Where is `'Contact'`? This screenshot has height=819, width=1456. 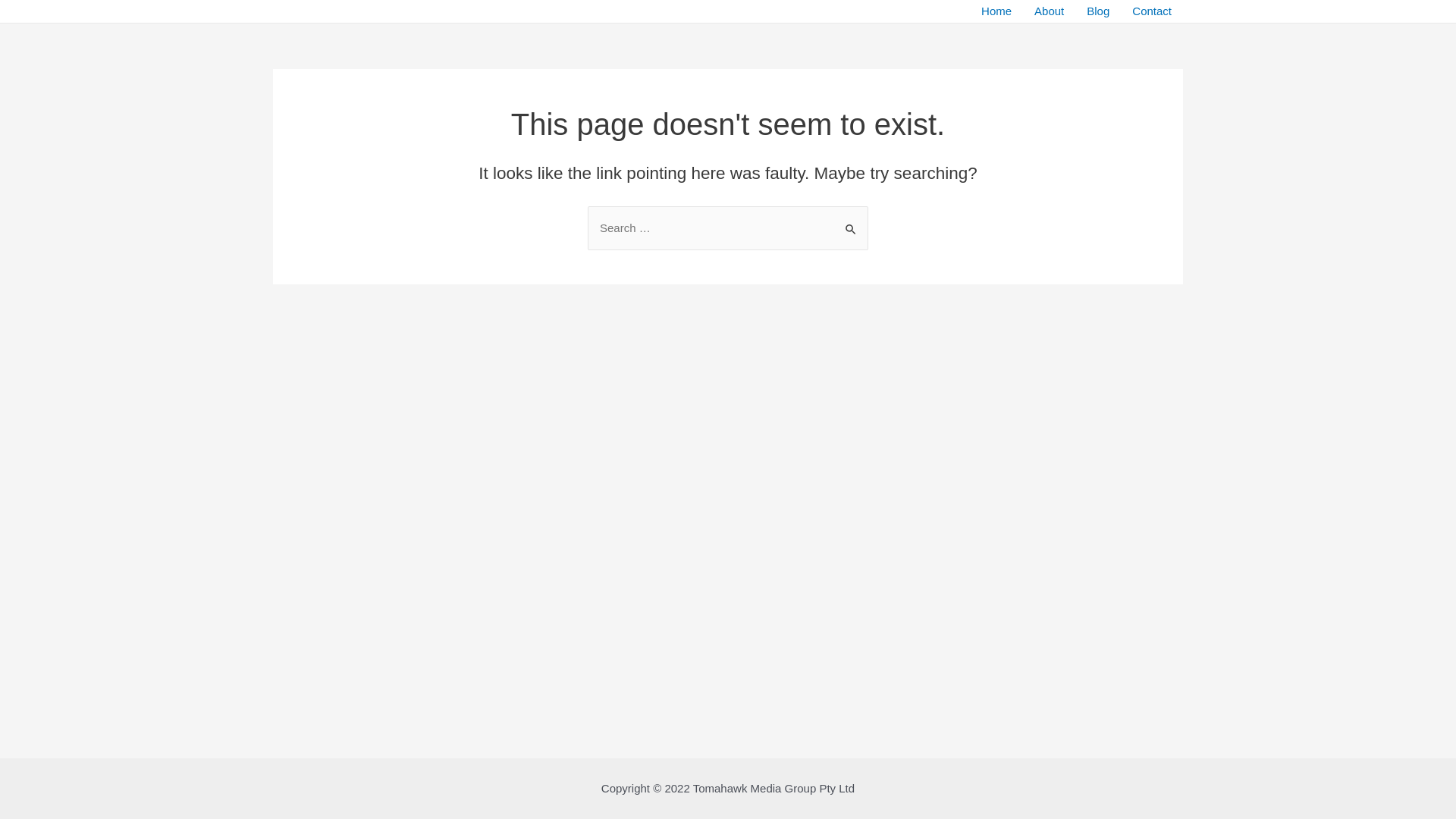
'Contact' is located at coordinates (1151, 11).